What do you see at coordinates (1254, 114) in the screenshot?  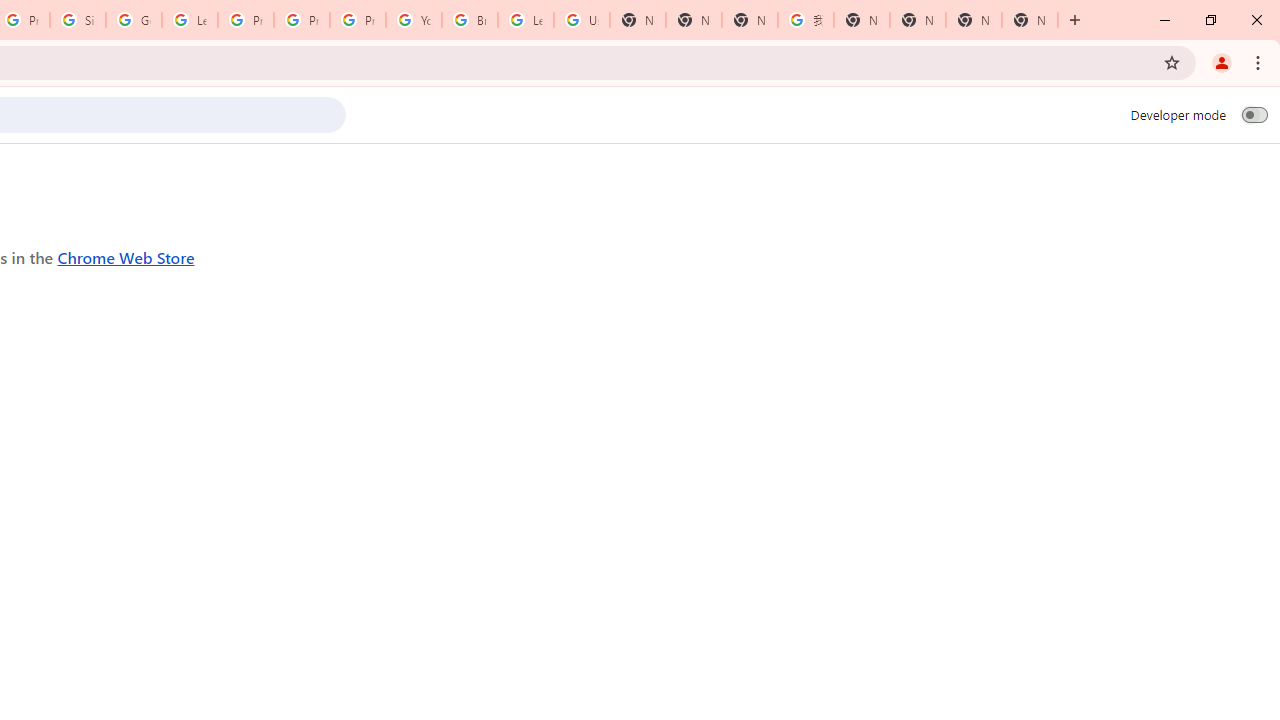 I see `'Developer mode'` at bounding box center [1254, 114].